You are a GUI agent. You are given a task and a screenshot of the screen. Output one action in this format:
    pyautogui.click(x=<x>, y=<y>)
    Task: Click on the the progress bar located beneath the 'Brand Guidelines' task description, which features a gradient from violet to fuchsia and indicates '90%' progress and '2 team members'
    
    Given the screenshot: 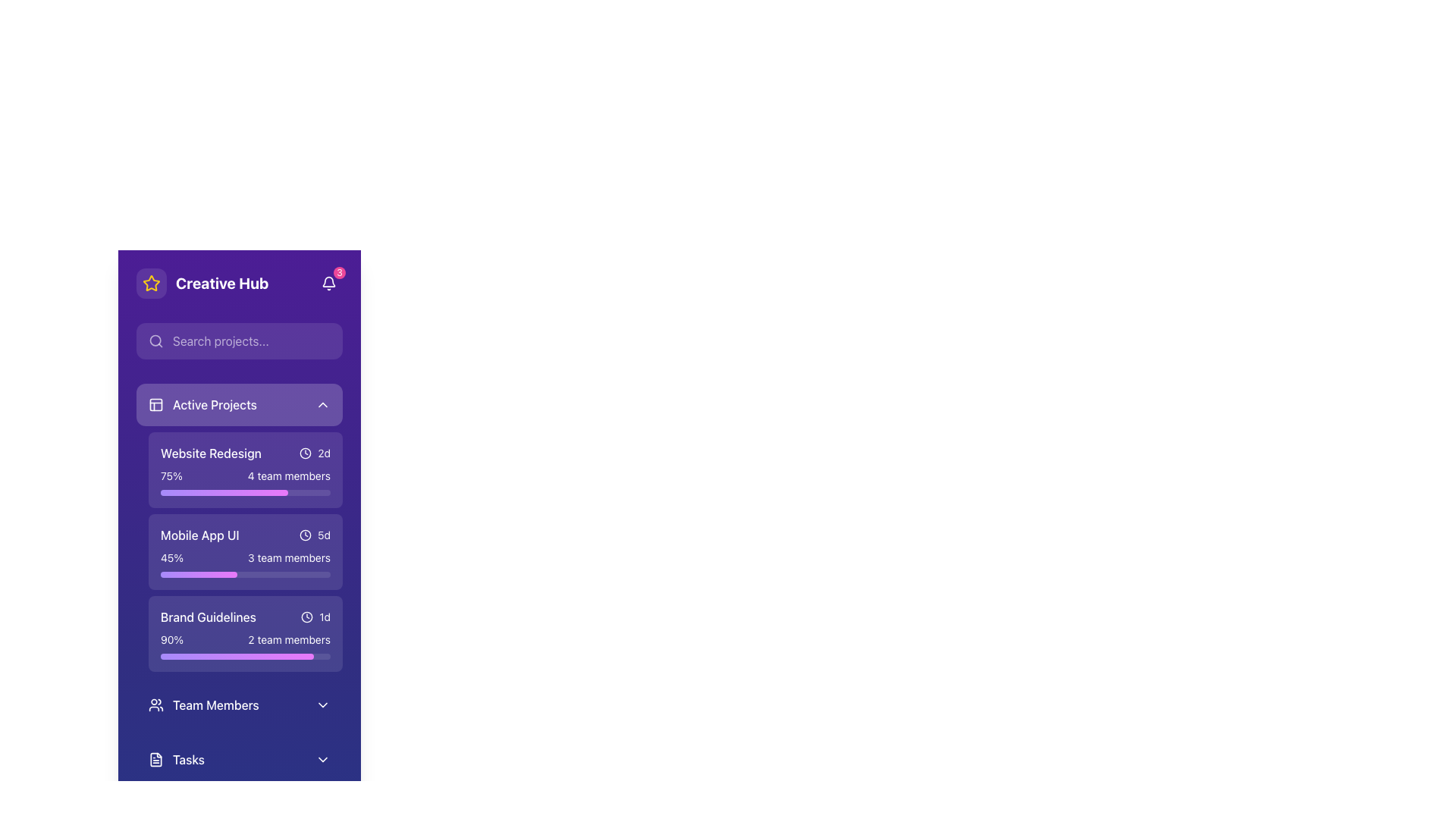 What is the action you would take?
    pyautogui.click(x=246, y=656)
    